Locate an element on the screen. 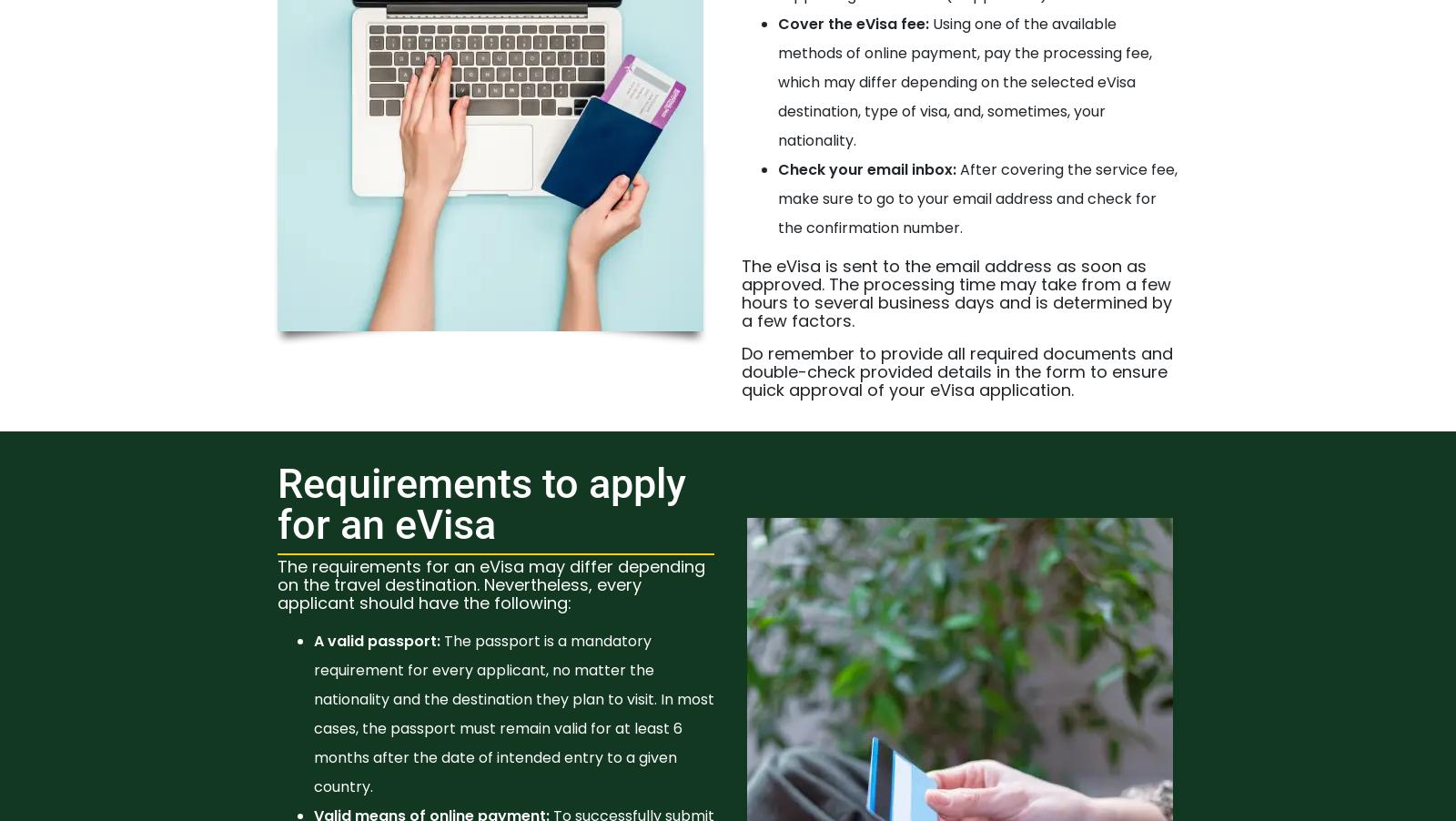 The width and height of the screenshot is (1456, 821). 'Requirements to apply for an eVisa' is located at coordinates (480, 503).